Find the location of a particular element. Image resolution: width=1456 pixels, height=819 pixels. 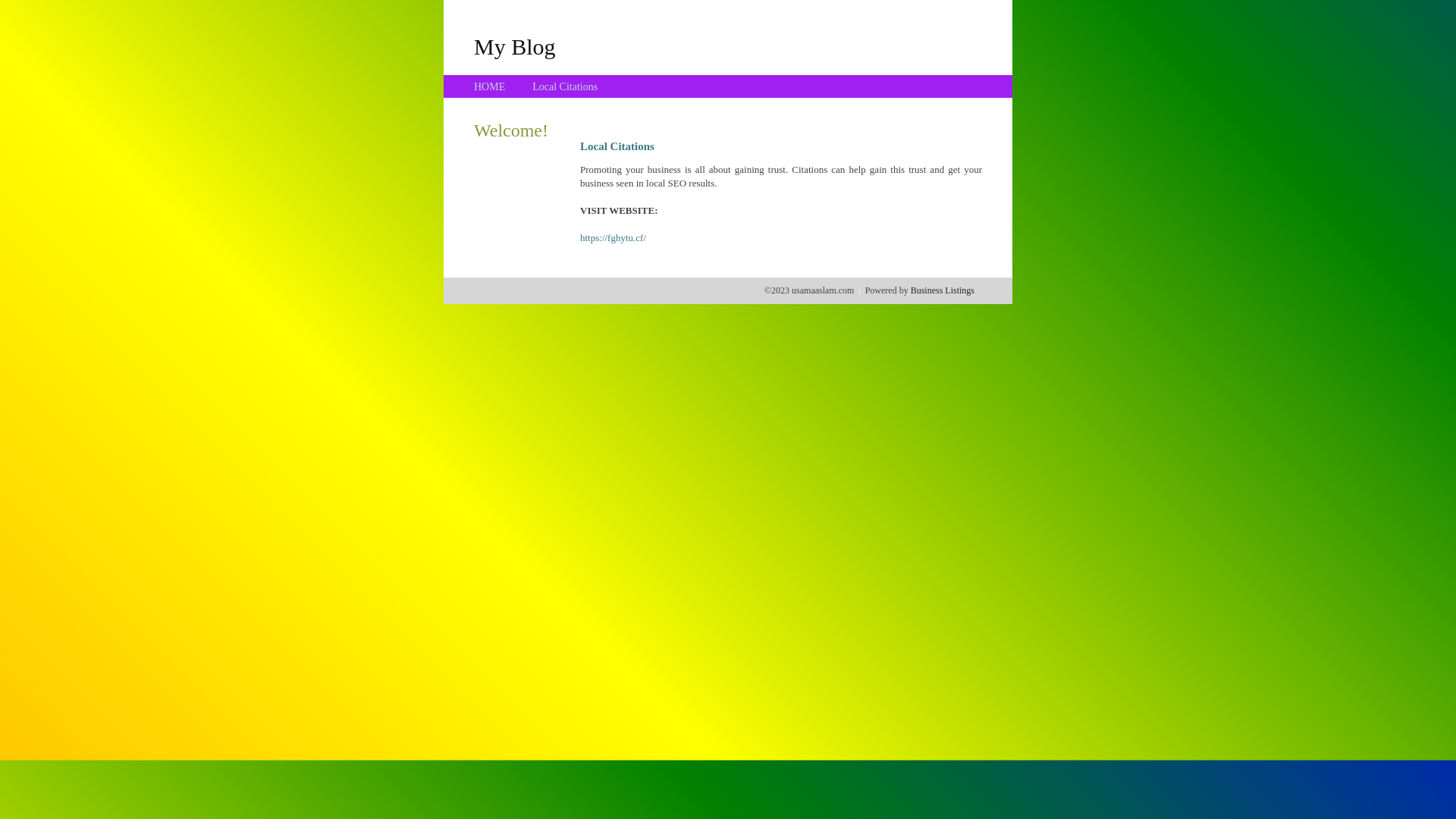

'Local Citations' is located at coordinates (563, 86).